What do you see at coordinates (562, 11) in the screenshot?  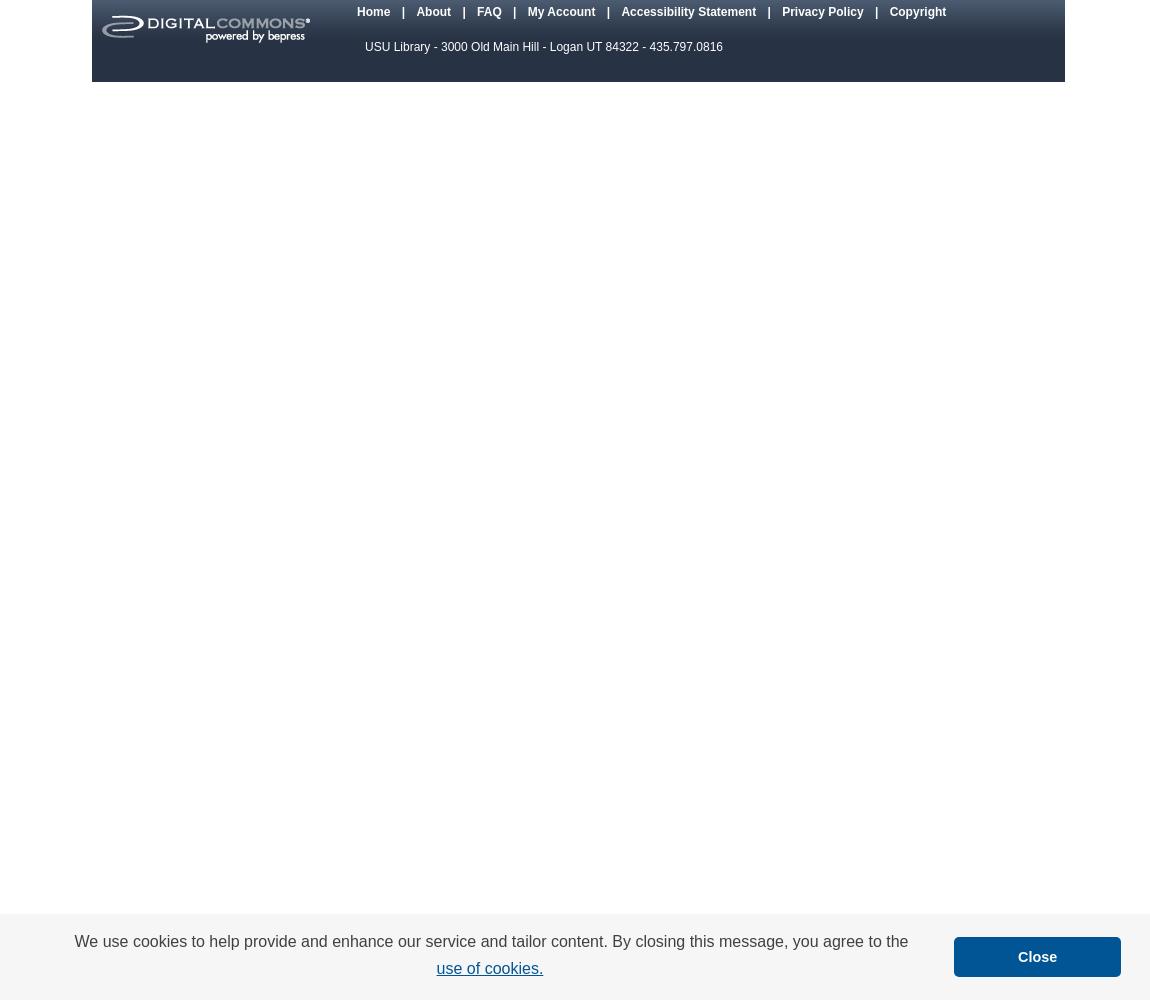 I see `'My Account'` at bounding box center [562, 11].